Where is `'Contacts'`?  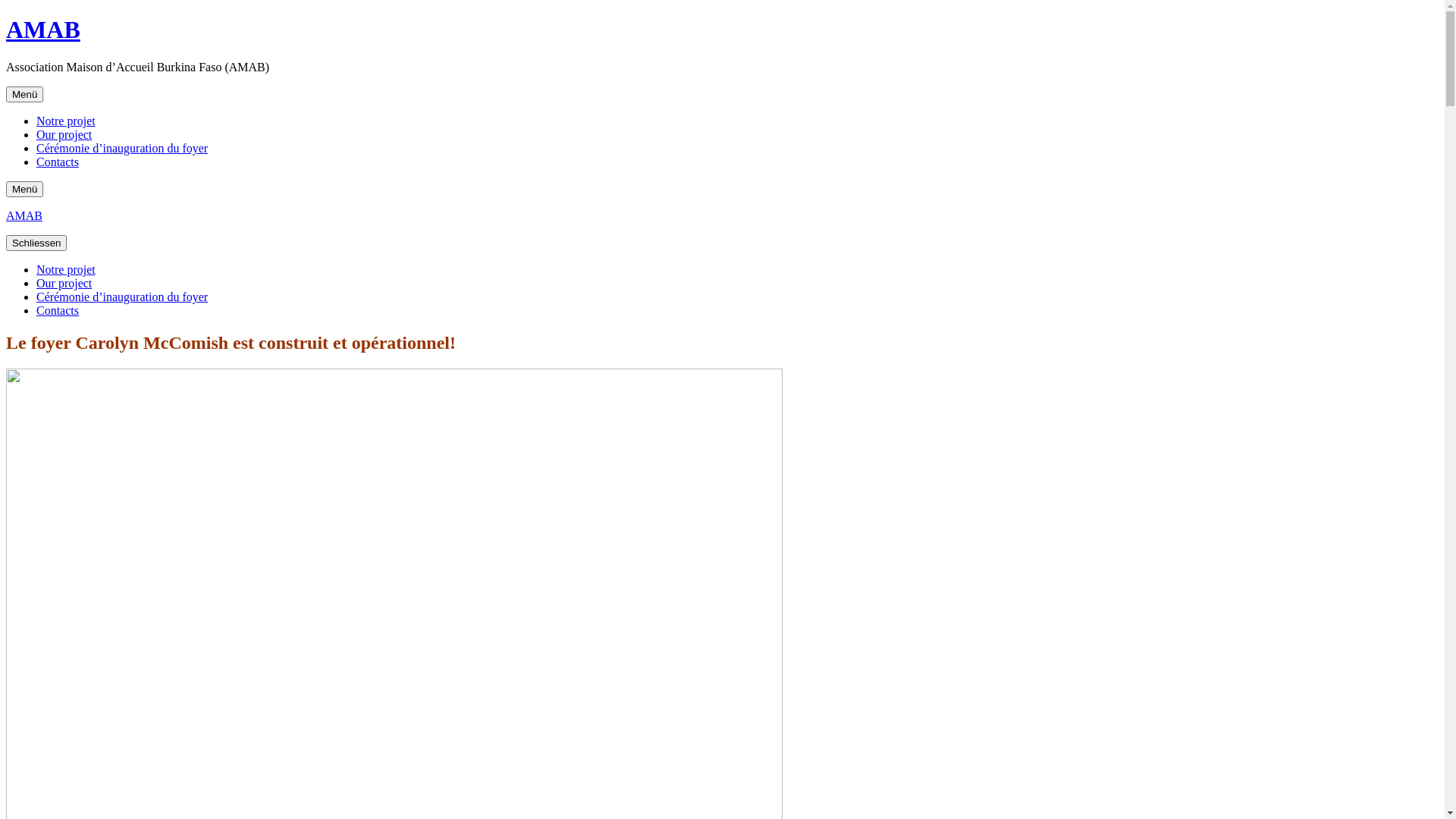 'Contacts' is located at coordinates (58, 162).